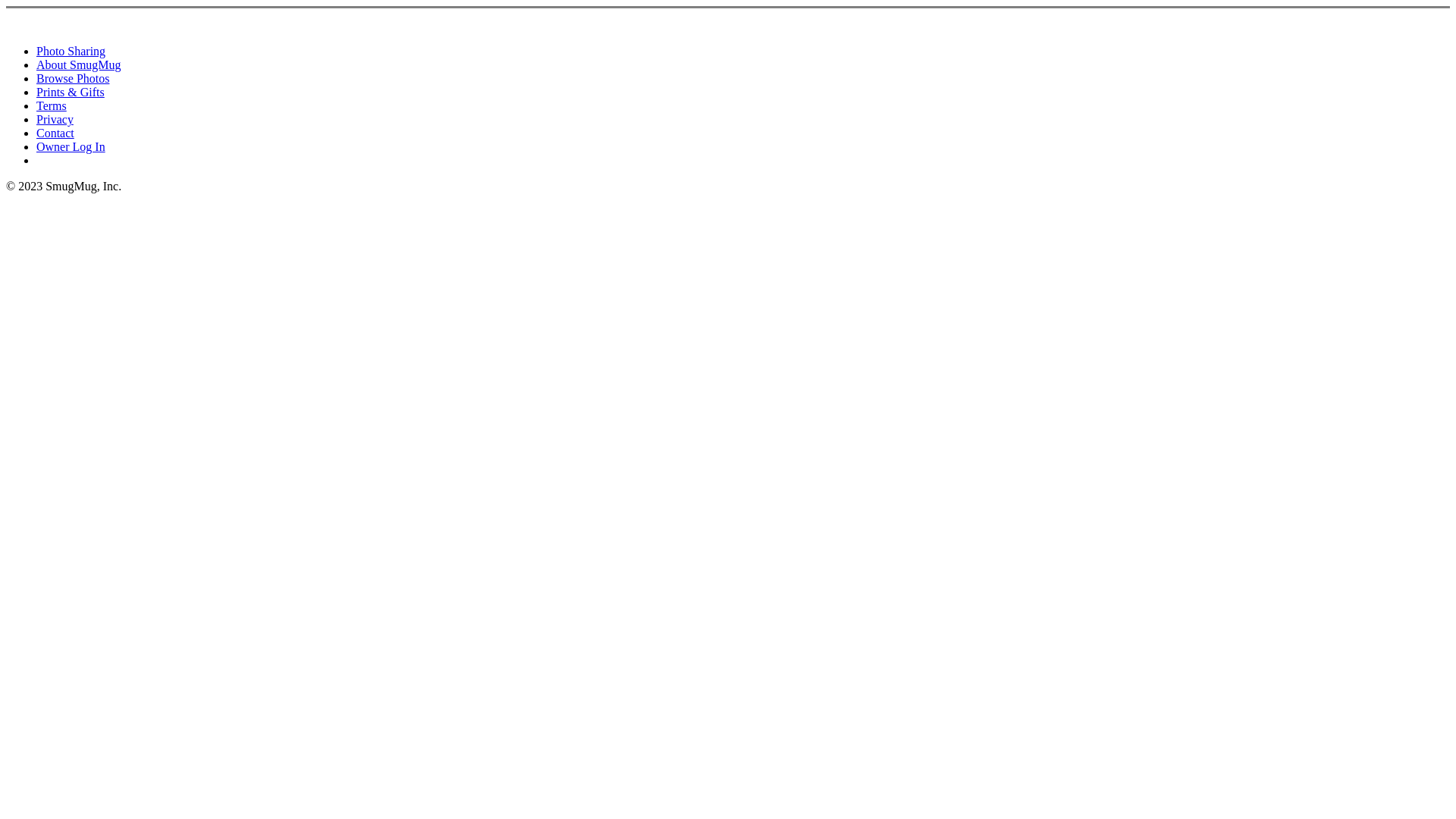 This screenshot has width=1456, height=819. Describe the element at coordinates (69, 92) in the screenshot. I see `'Prints & Gifts'` at that location.